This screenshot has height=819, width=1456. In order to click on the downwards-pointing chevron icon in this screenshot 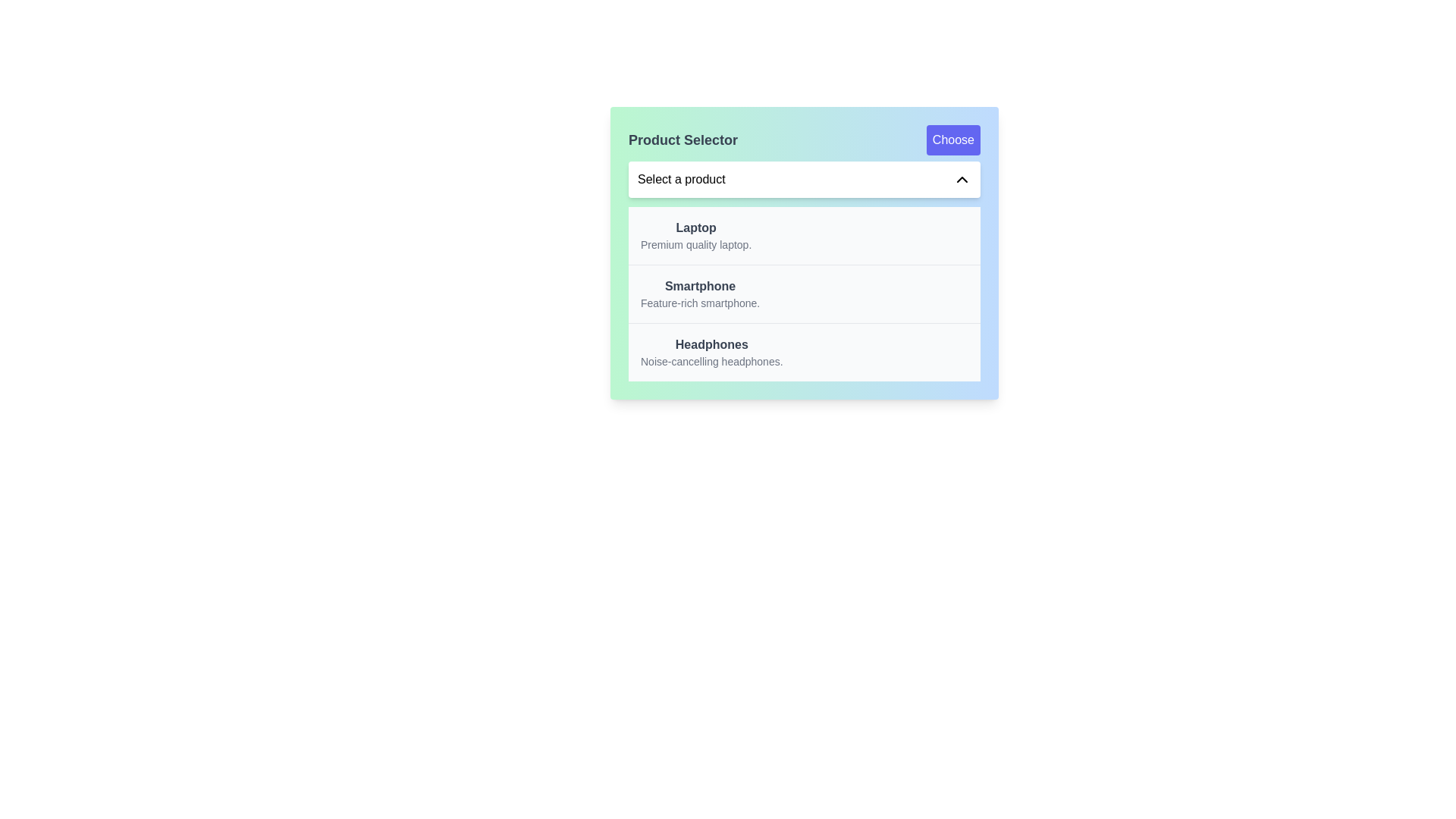, I will do `click(961, 178)`.